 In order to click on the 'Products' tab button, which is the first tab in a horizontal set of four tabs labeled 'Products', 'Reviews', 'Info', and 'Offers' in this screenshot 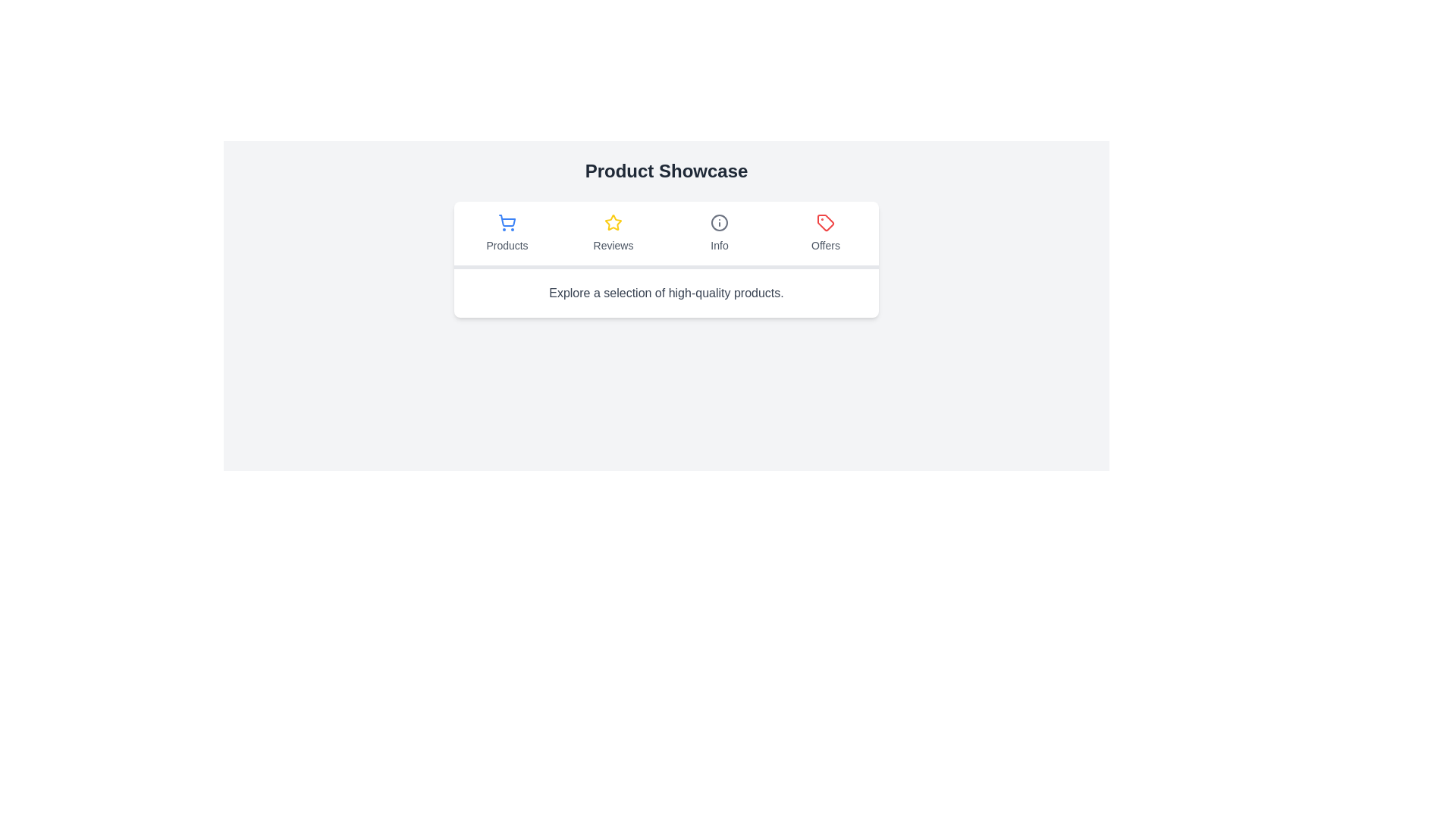, I will do `click(507, 234)`.